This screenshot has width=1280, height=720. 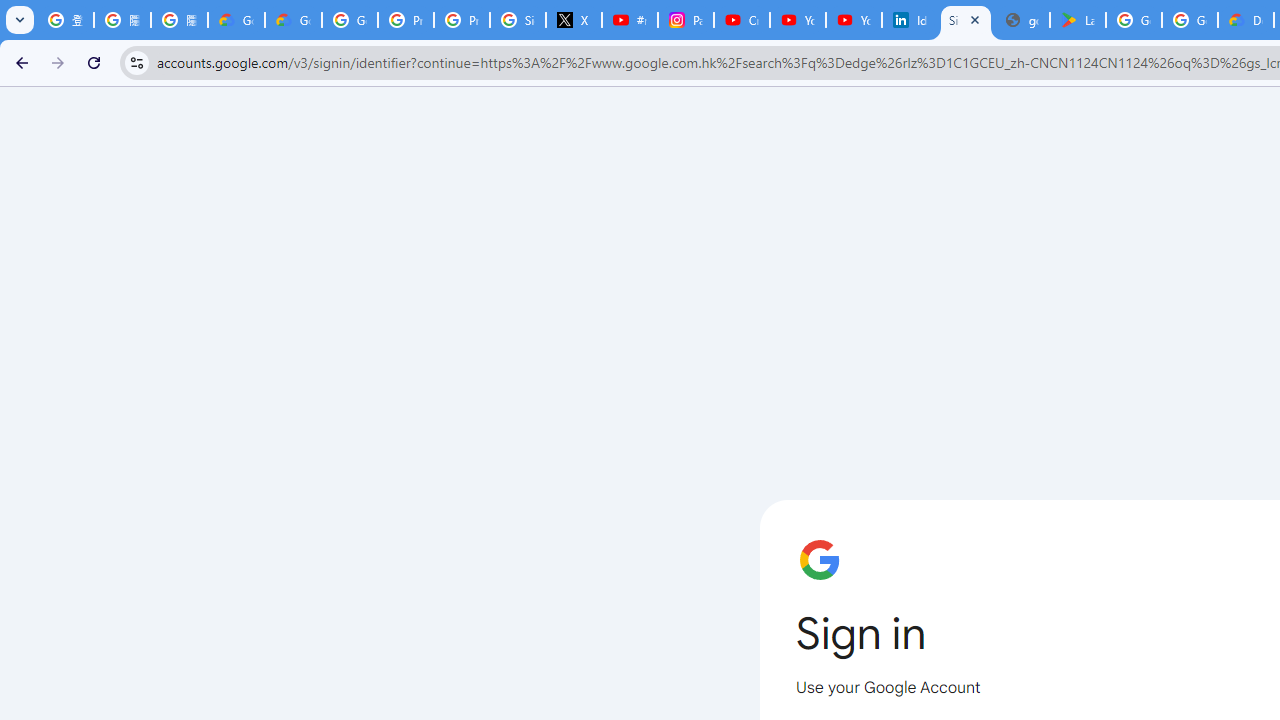 What do you see at coordinates (404, 20) in the screenshot?
I see `'Privacy Help Center - Policies Help'` at bounding box center [404, 20].